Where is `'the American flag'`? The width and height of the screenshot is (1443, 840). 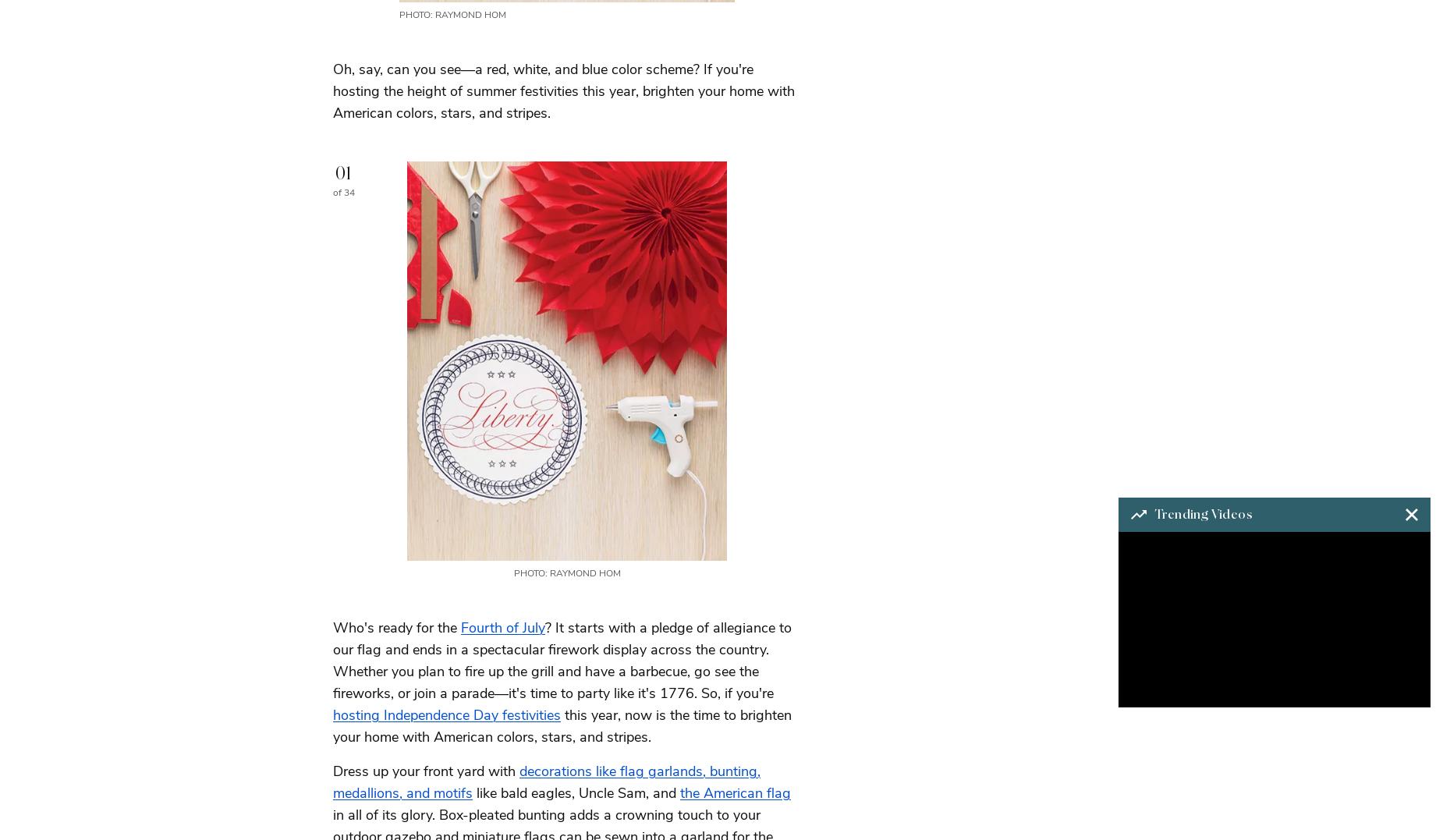
'the American flag' is located at coordinates (734, 792).